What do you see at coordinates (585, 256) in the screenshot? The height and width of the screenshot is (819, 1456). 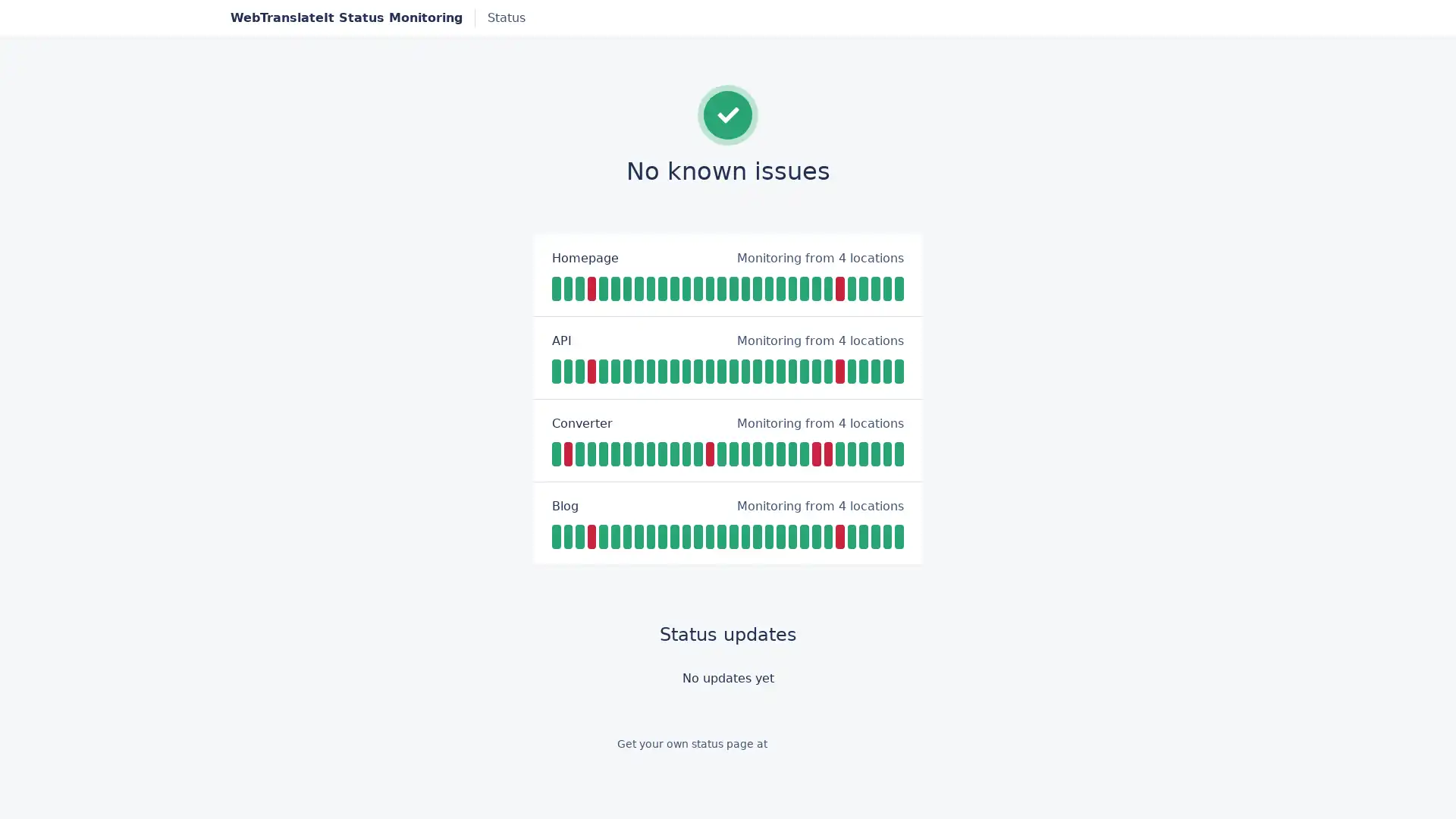 I see `Homepage` at bounding box center [585, 256].